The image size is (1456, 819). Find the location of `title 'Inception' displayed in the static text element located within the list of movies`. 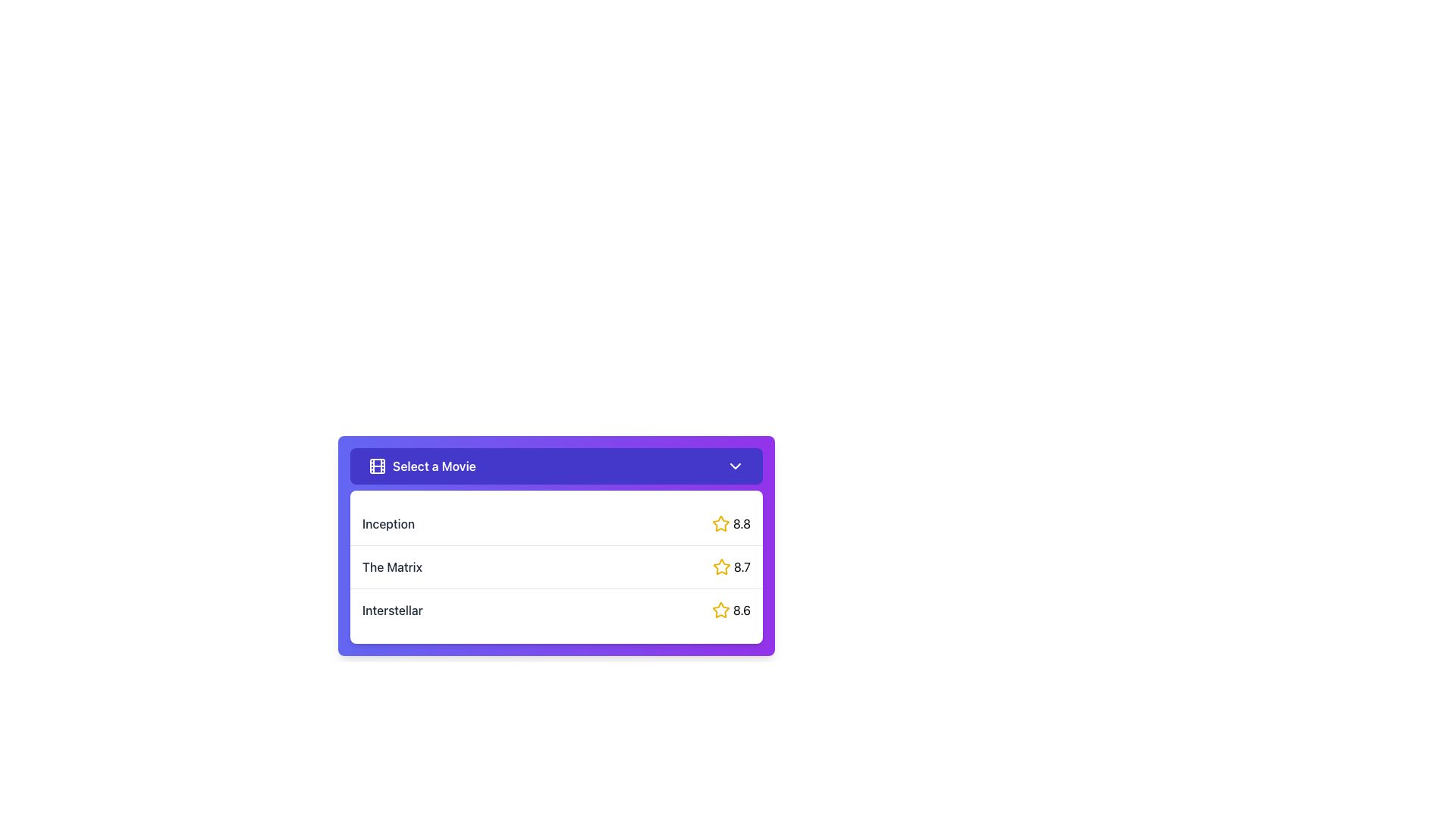

title 'Inception' displayed in the static text element located within the list of movies is located at coordinates (388, 522).